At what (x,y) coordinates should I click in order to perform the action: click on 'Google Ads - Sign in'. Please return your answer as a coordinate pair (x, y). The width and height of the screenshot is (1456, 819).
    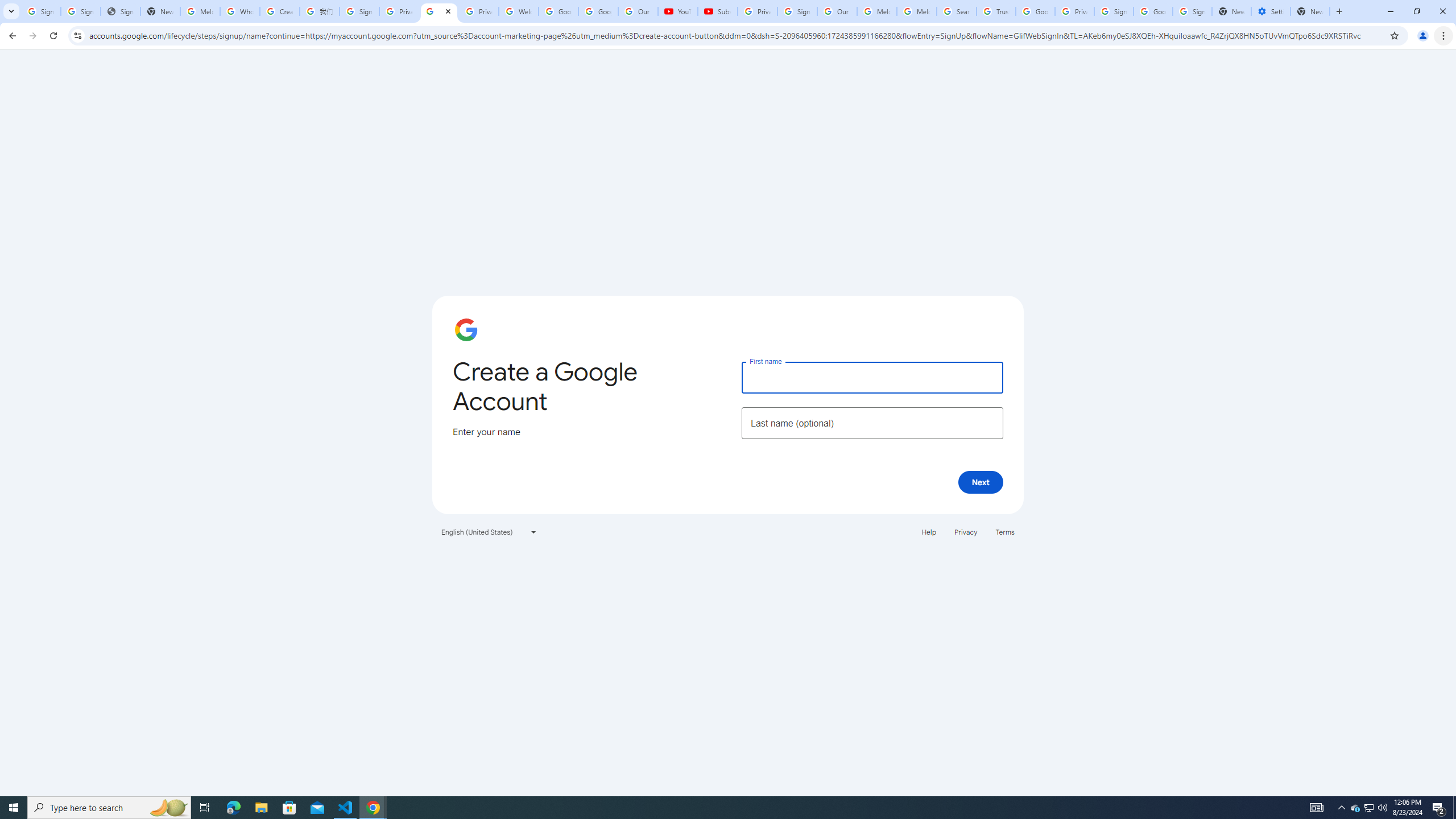
    Looking at the image, I should click on (1035, 11).